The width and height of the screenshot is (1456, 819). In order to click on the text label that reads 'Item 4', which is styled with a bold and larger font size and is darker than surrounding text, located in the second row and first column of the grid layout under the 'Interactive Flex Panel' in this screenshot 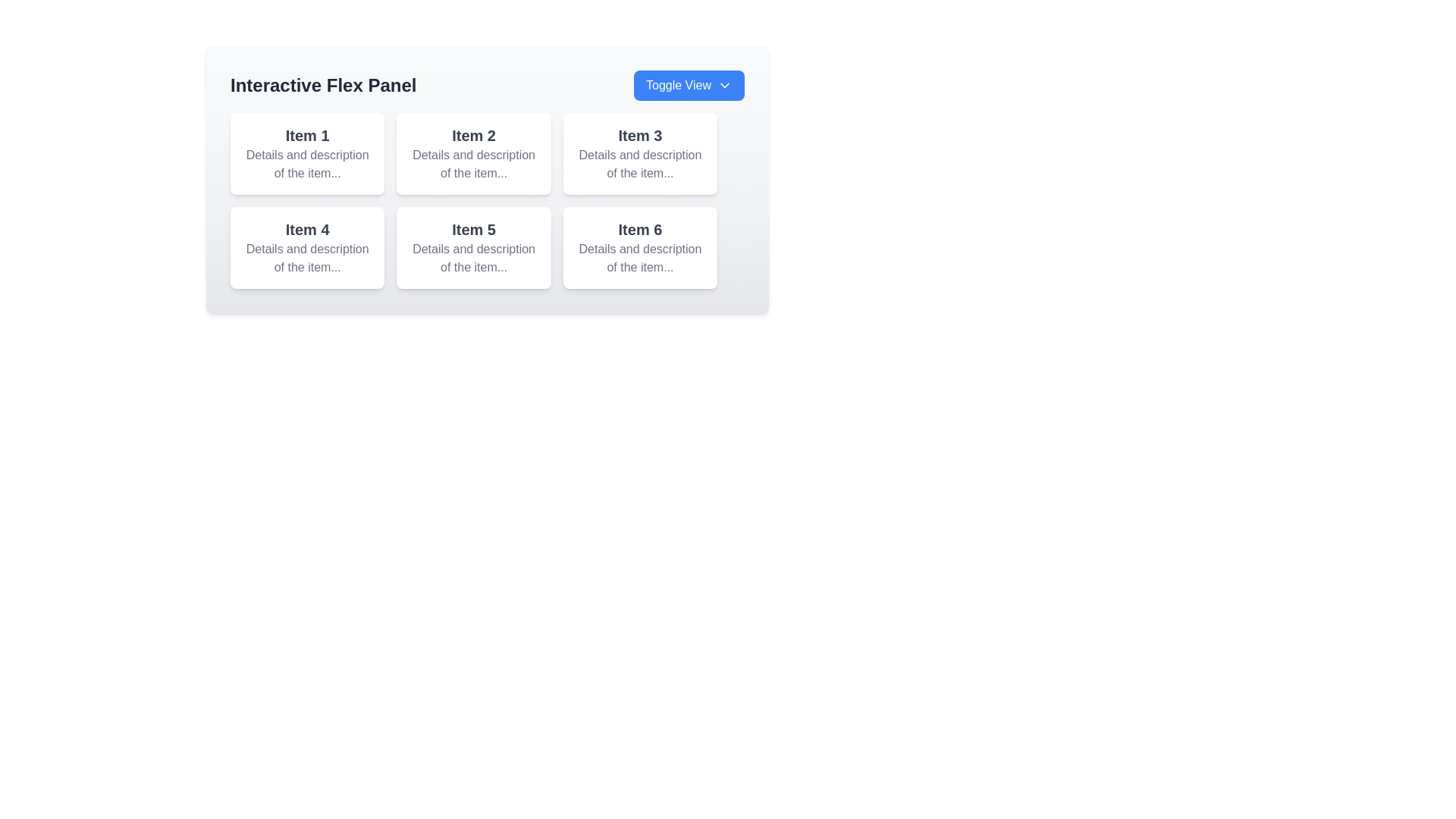, I will do `click(306, 230)`.